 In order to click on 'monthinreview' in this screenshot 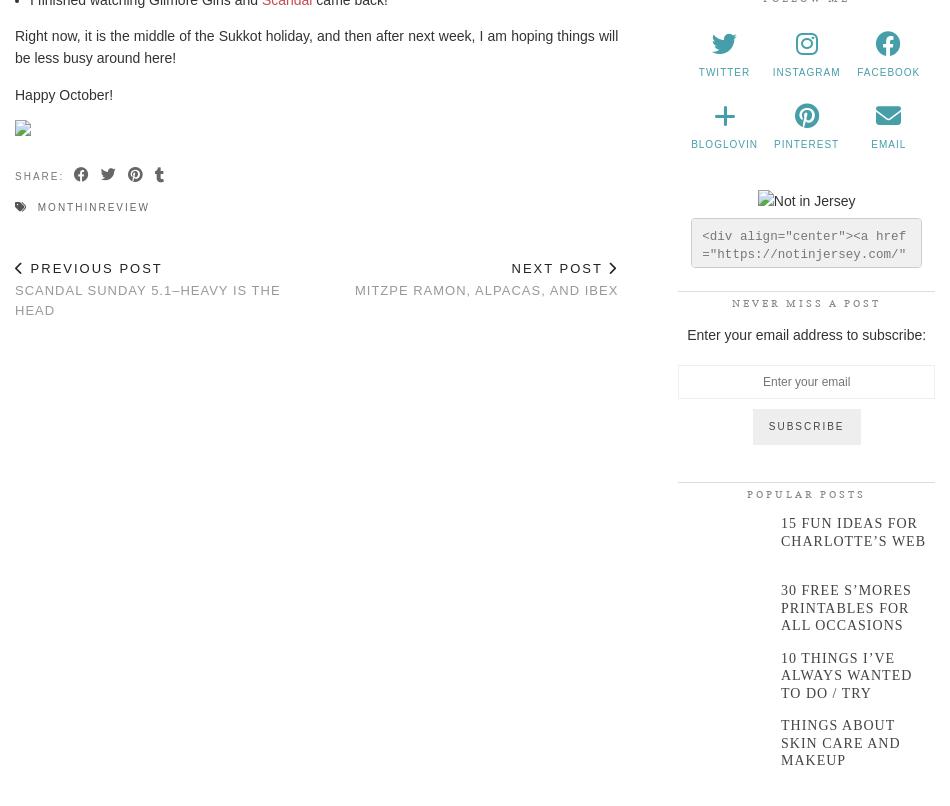, I will do `click(93, 205)`.